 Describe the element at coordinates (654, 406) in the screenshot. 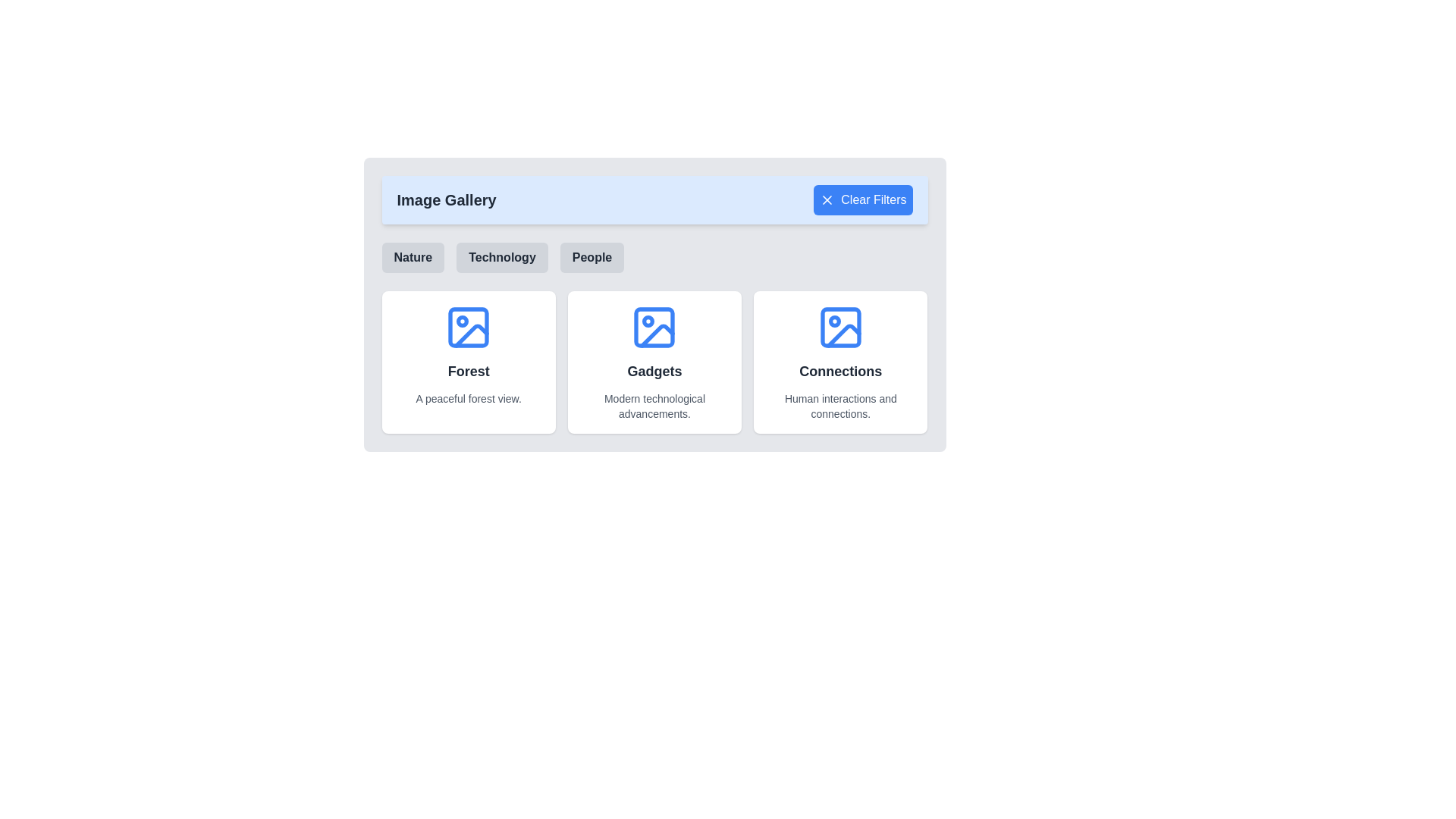

I see `the descriptive subtitle Text label located below the title 'Gadgets' in the Gadgets card, which provides additional context about its contents` at that location.